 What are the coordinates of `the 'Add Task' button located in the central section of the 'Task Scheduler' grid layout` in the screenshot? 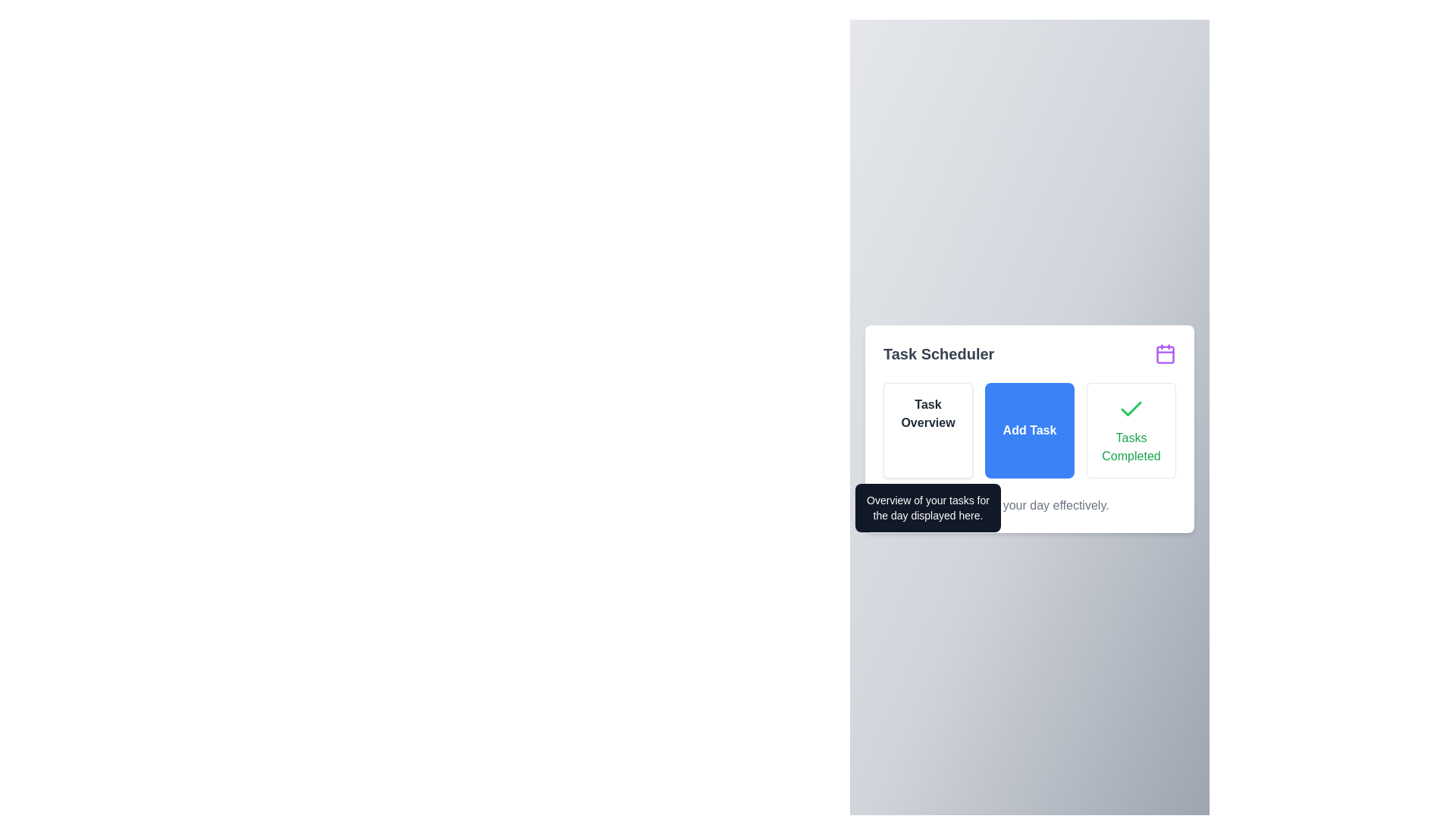 It's located at (1030, 430).